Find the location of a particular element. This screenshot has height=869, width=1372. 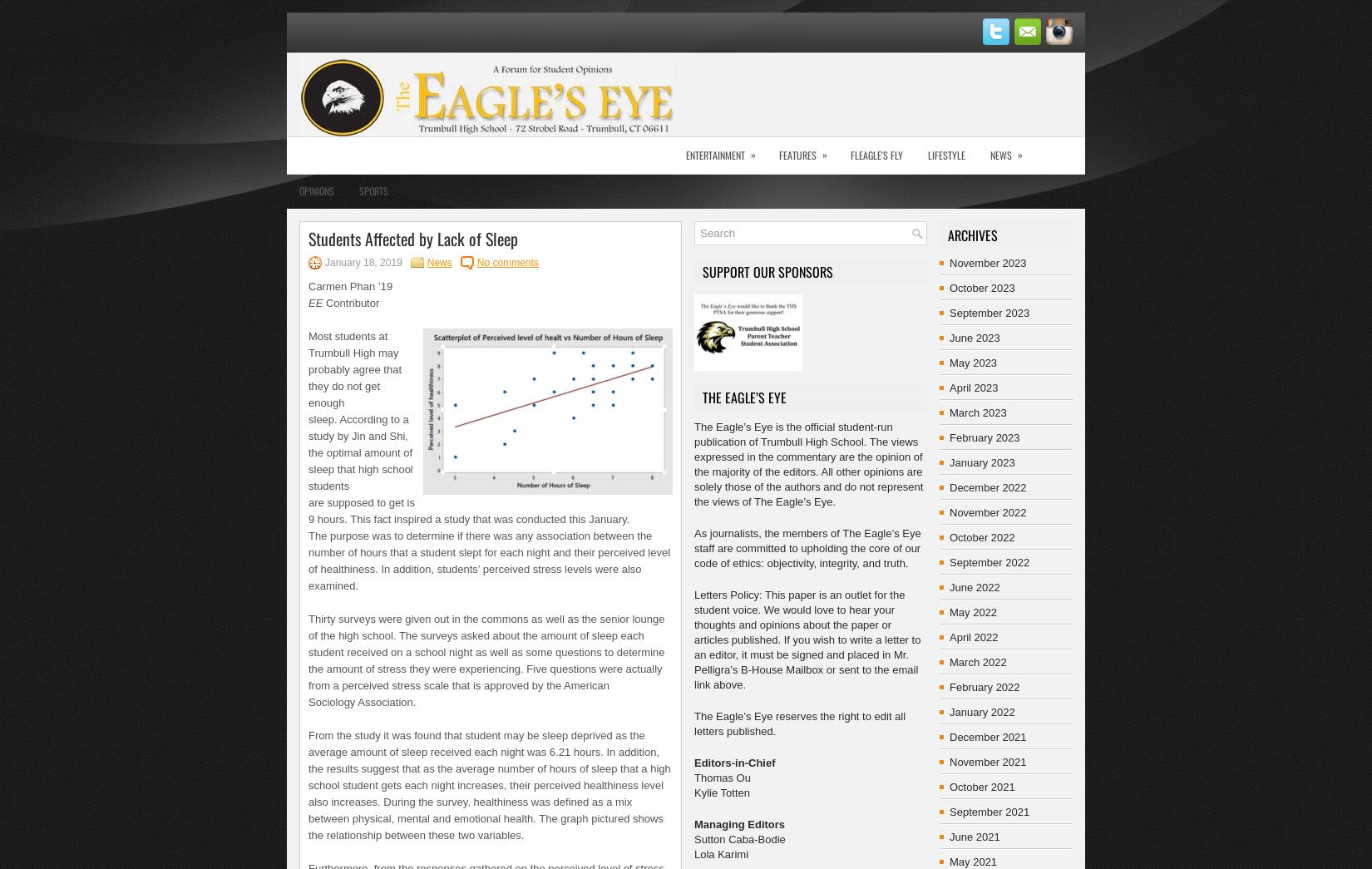

'January 2022' is located at coordinates (949, 711).